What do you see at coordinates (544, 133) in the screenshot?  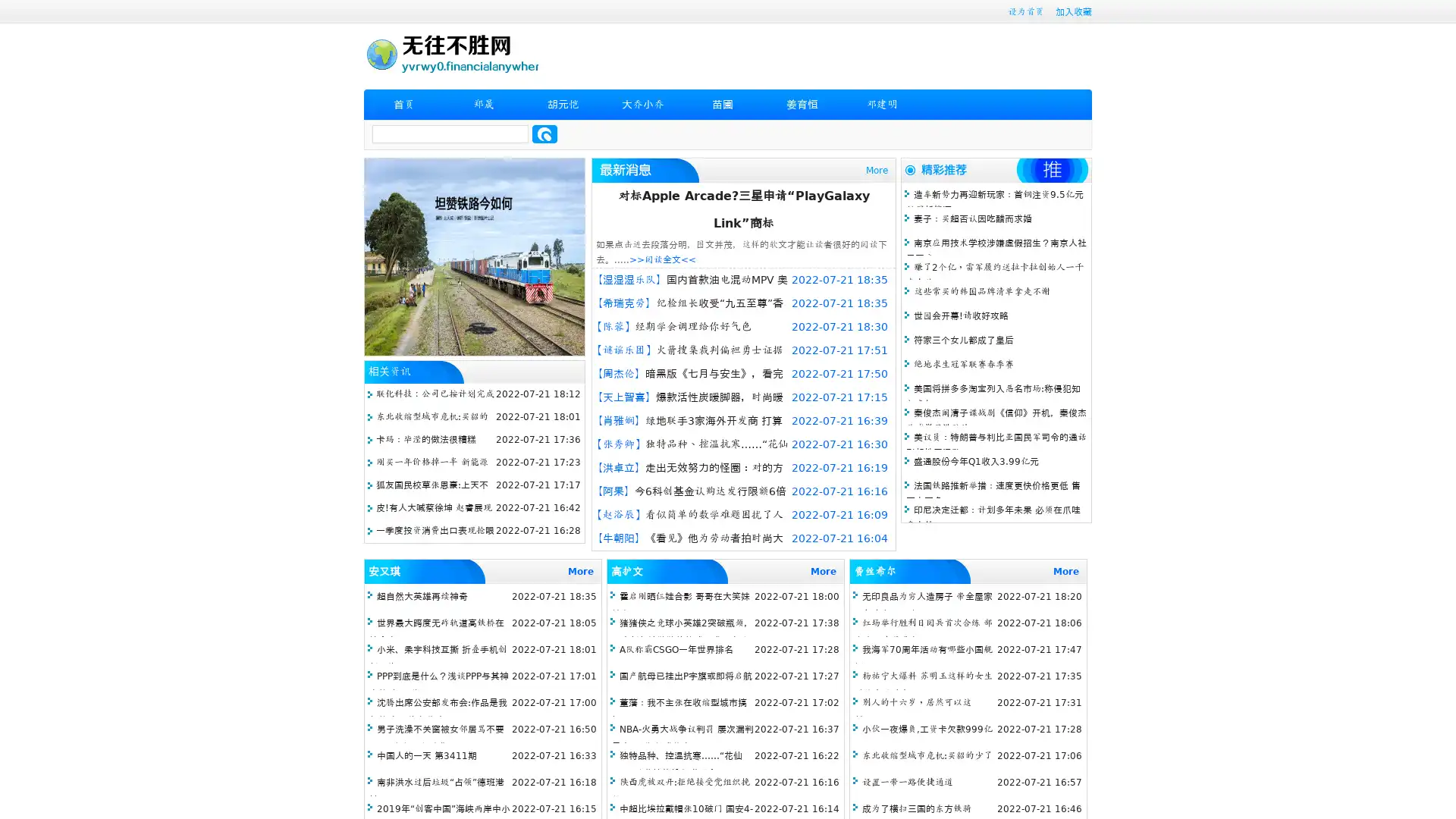 I see `Search` at bounding box center [544, 133].